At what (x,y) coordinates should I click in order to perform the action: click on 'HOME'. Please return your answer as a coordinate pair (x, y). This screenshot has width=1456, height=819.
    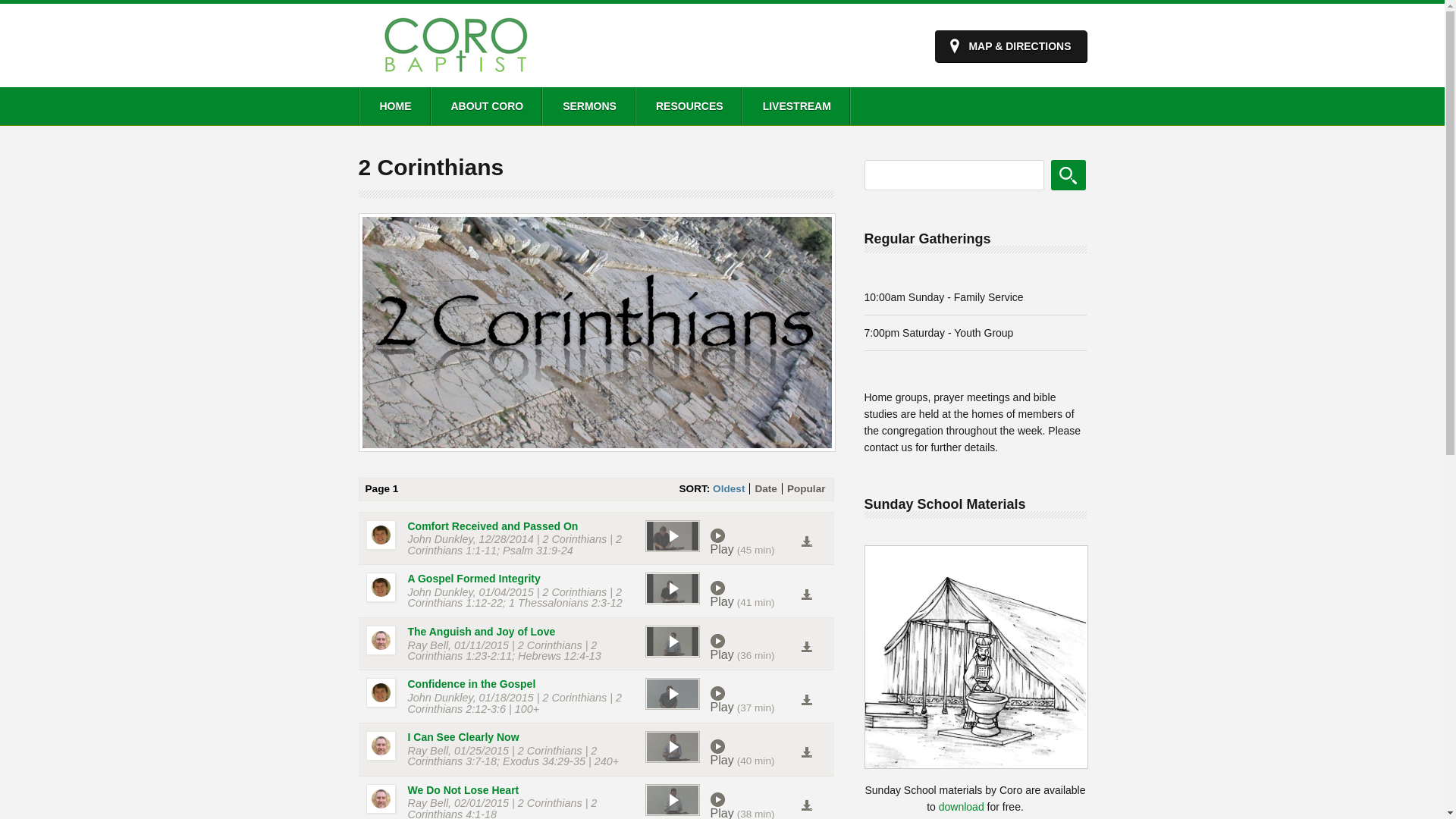
    Looking at the image, I should click on (394, 105).